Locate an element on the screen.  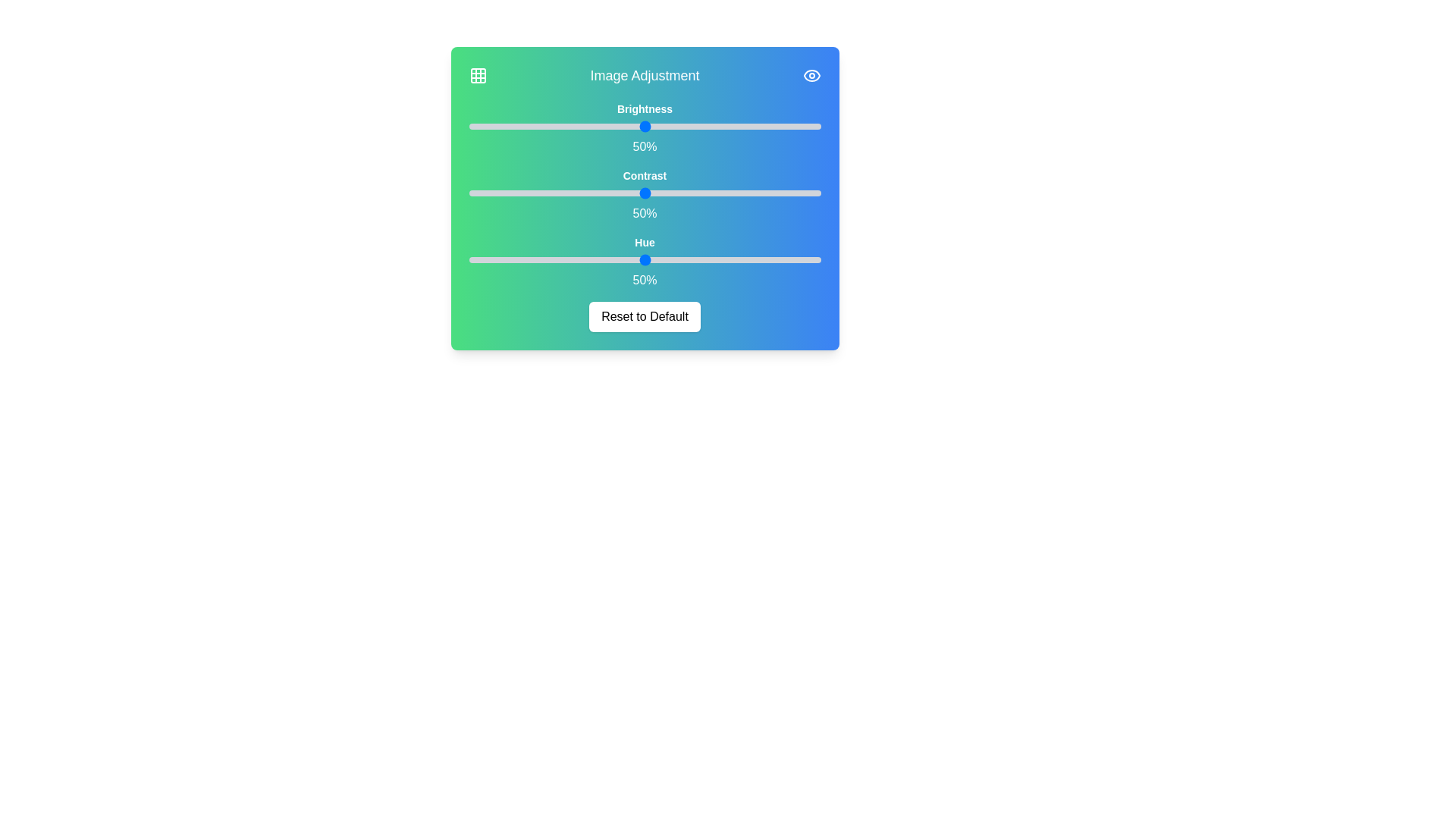
the 1 slider to 55% is located at coordinates (837, 192).